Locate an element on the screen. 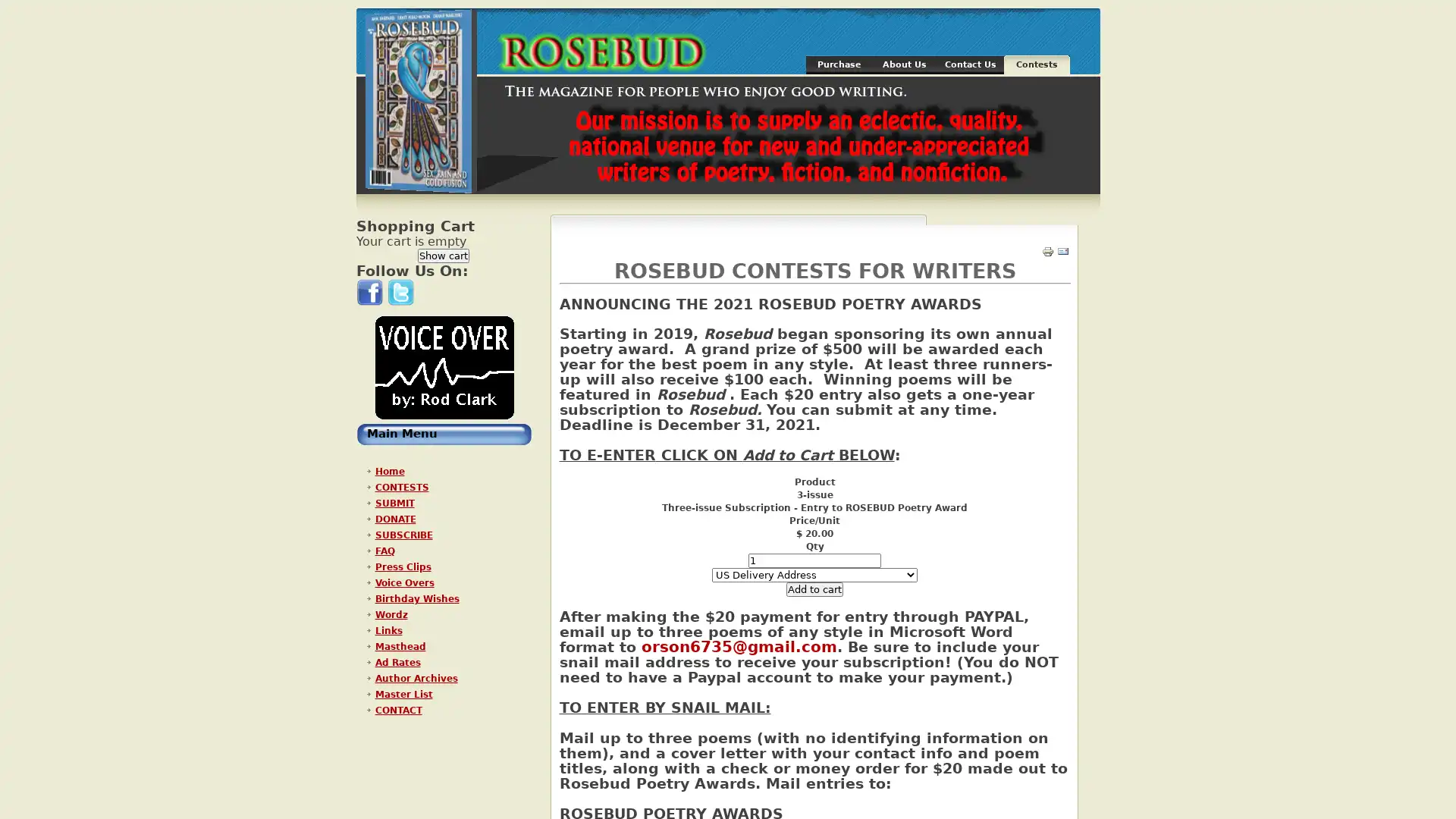  Show cart is located at coordinates (443, 255).